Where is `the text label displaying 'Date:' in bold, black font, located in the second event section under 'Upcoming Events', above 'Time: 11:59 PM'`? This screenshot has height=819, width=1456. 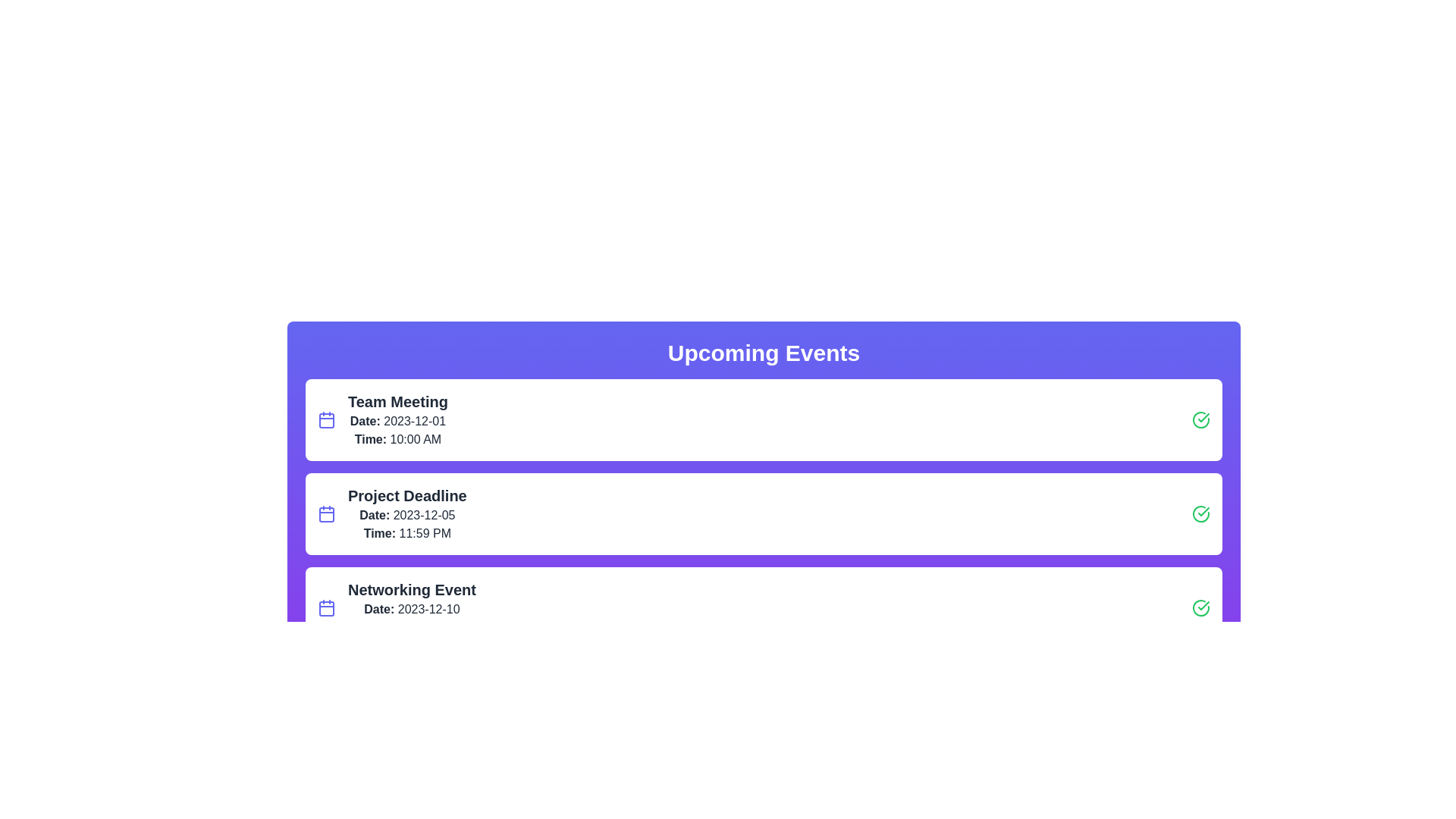
the text label displaying 'Date:' in bold, black font, located in the second event section under 'Upcoming Events', above 'Time: 11:59 PM' is located at coordinates (375, 514).